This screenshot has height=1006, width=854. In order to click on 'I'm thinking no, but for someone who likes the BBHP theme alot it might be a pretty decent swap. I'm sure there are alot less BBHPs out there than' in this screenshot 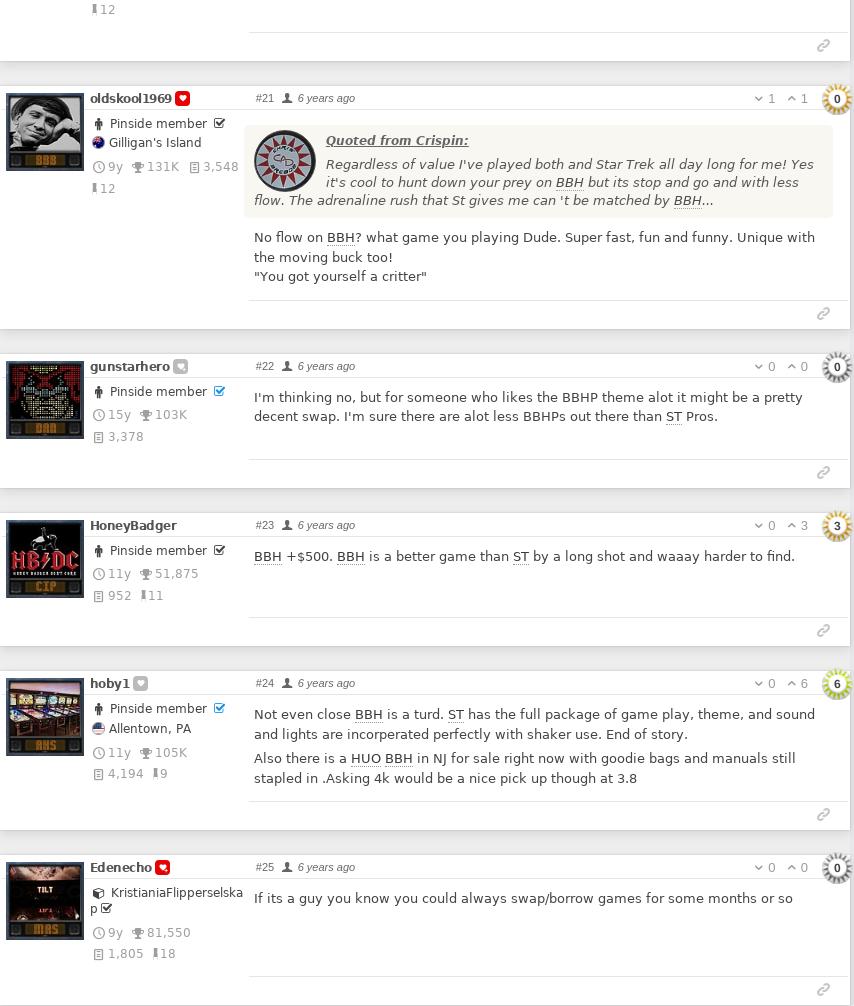, I will do `click(527, 405)`.